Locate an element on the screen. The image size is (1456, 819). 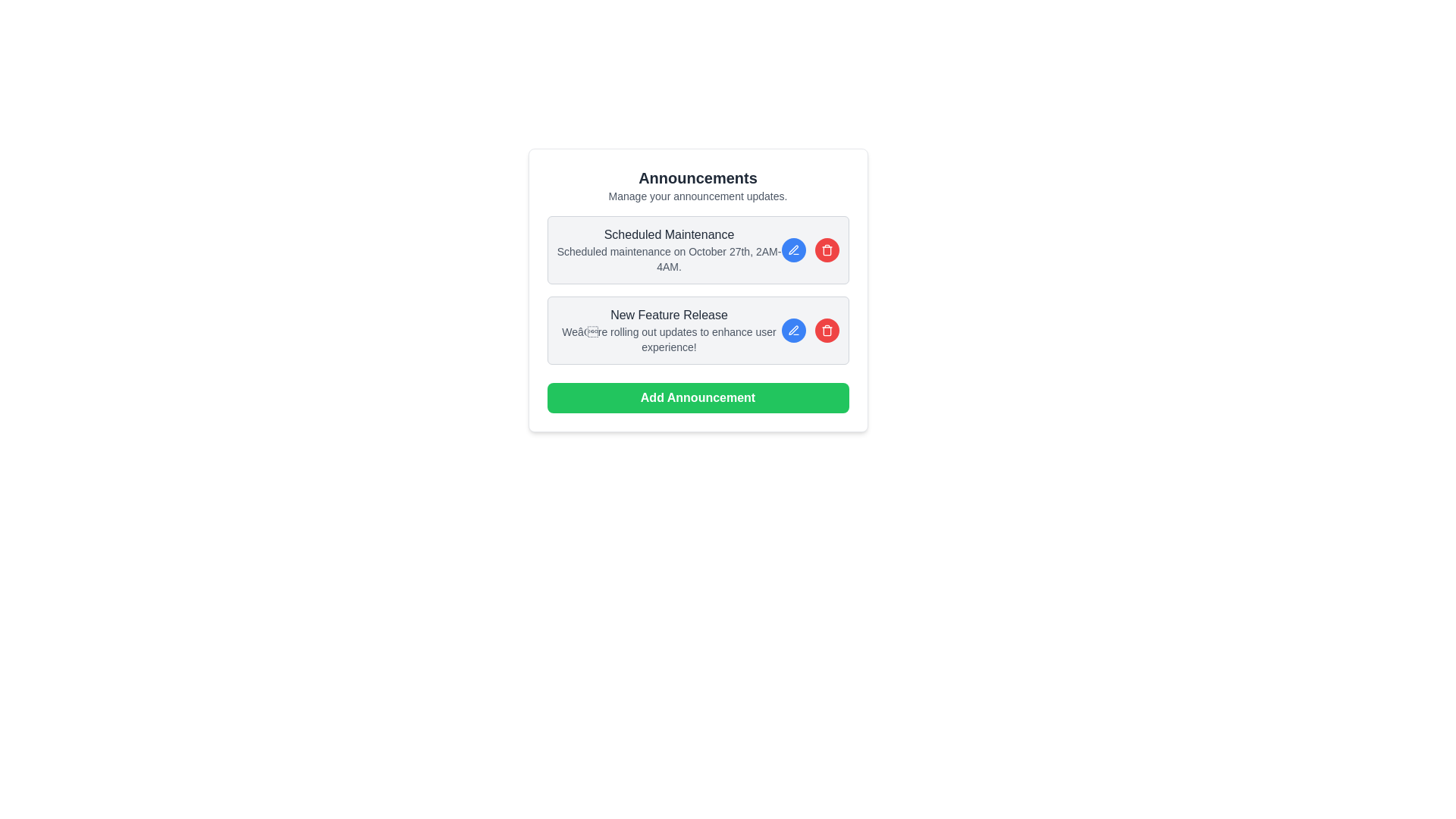
the delete button in the 'Announcements' section, specifically in the second row labeled 'New Feature Release' is located at coordinates (826, 329).